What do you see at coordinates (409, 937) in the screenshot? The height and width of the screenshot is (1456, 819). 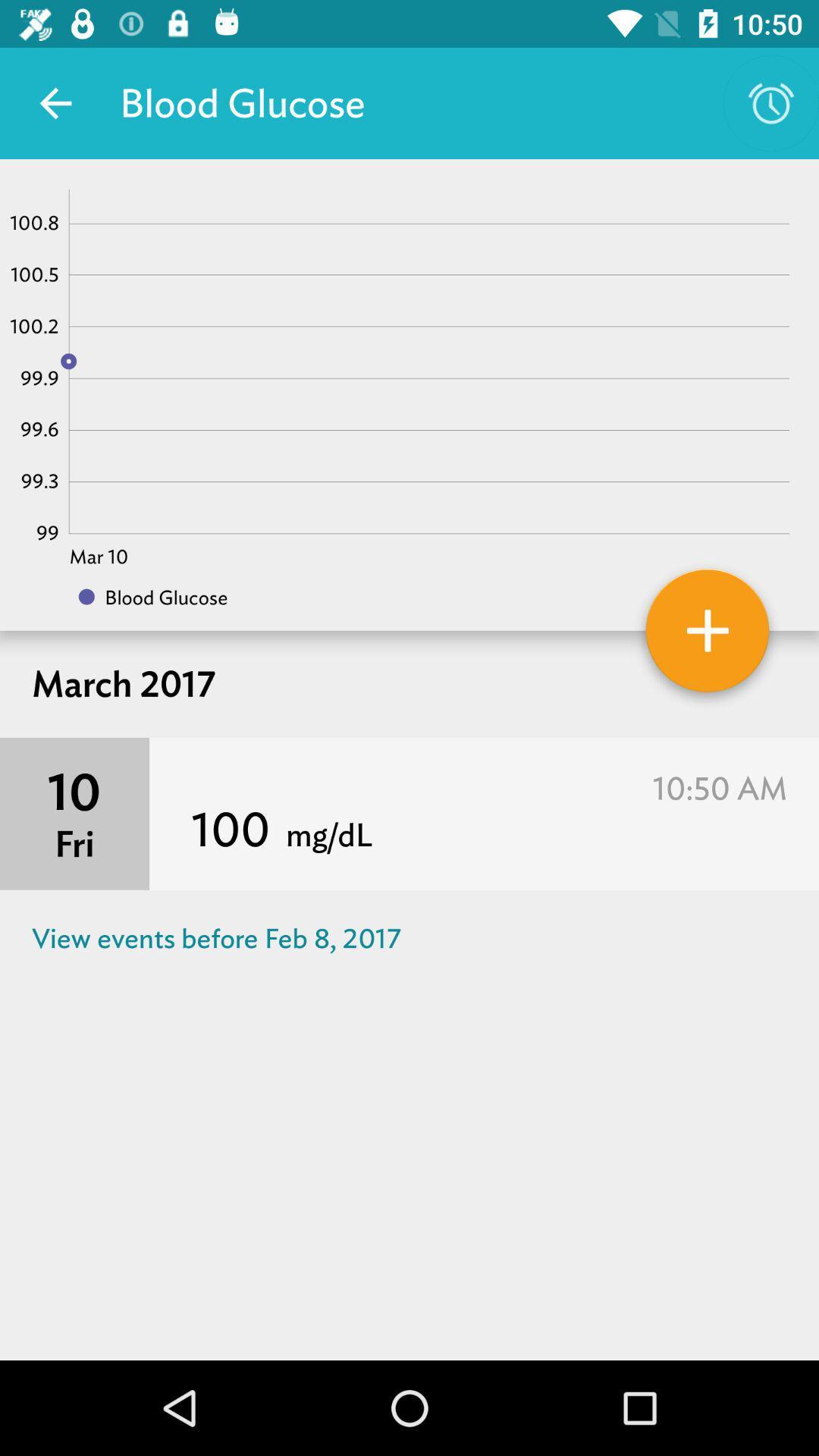 I see `the icon below the fri item` at bounding box center [409, 937].